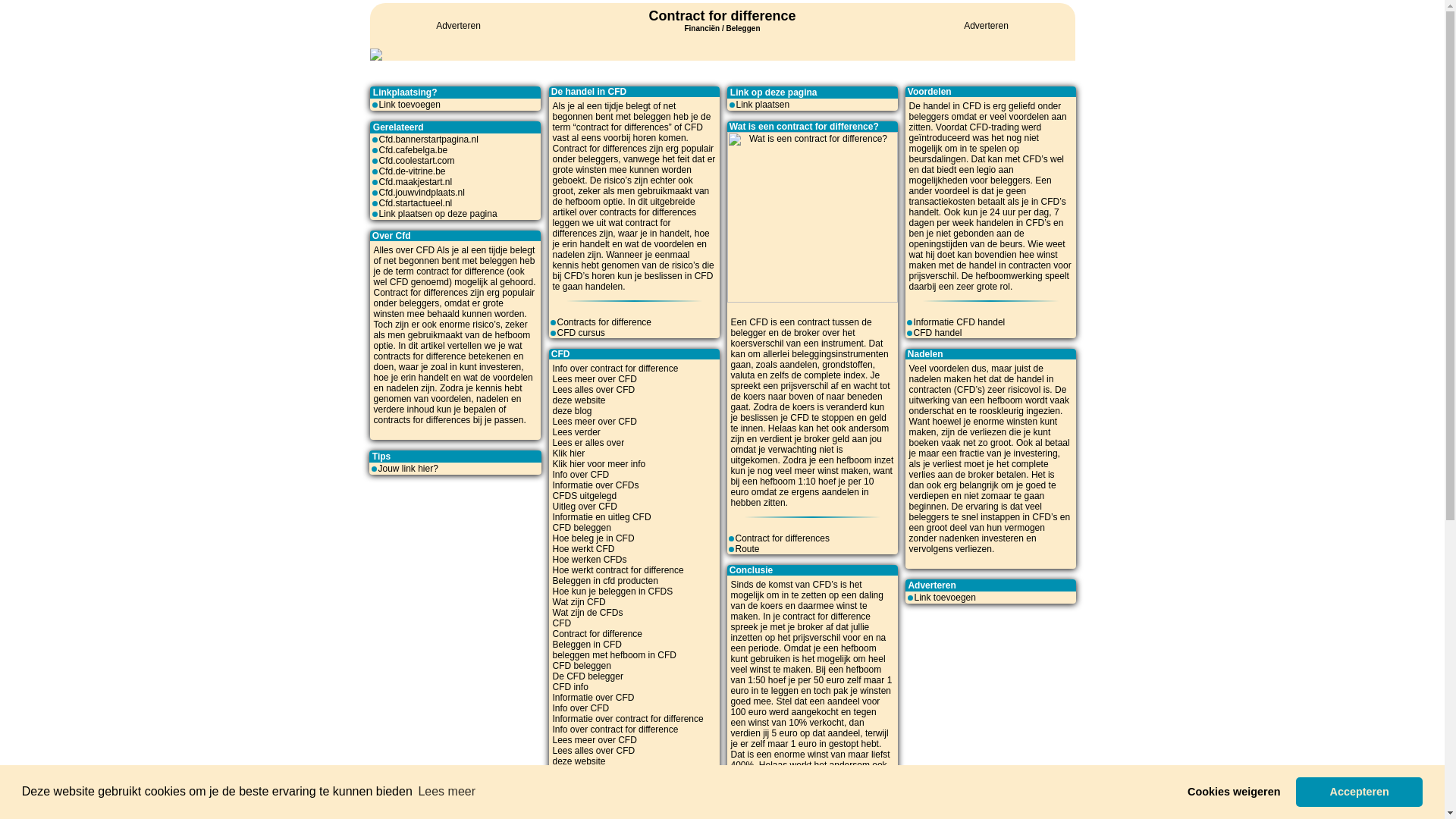  I want to click on 'beleggen met hefboom in CFD', so click(613, 654).